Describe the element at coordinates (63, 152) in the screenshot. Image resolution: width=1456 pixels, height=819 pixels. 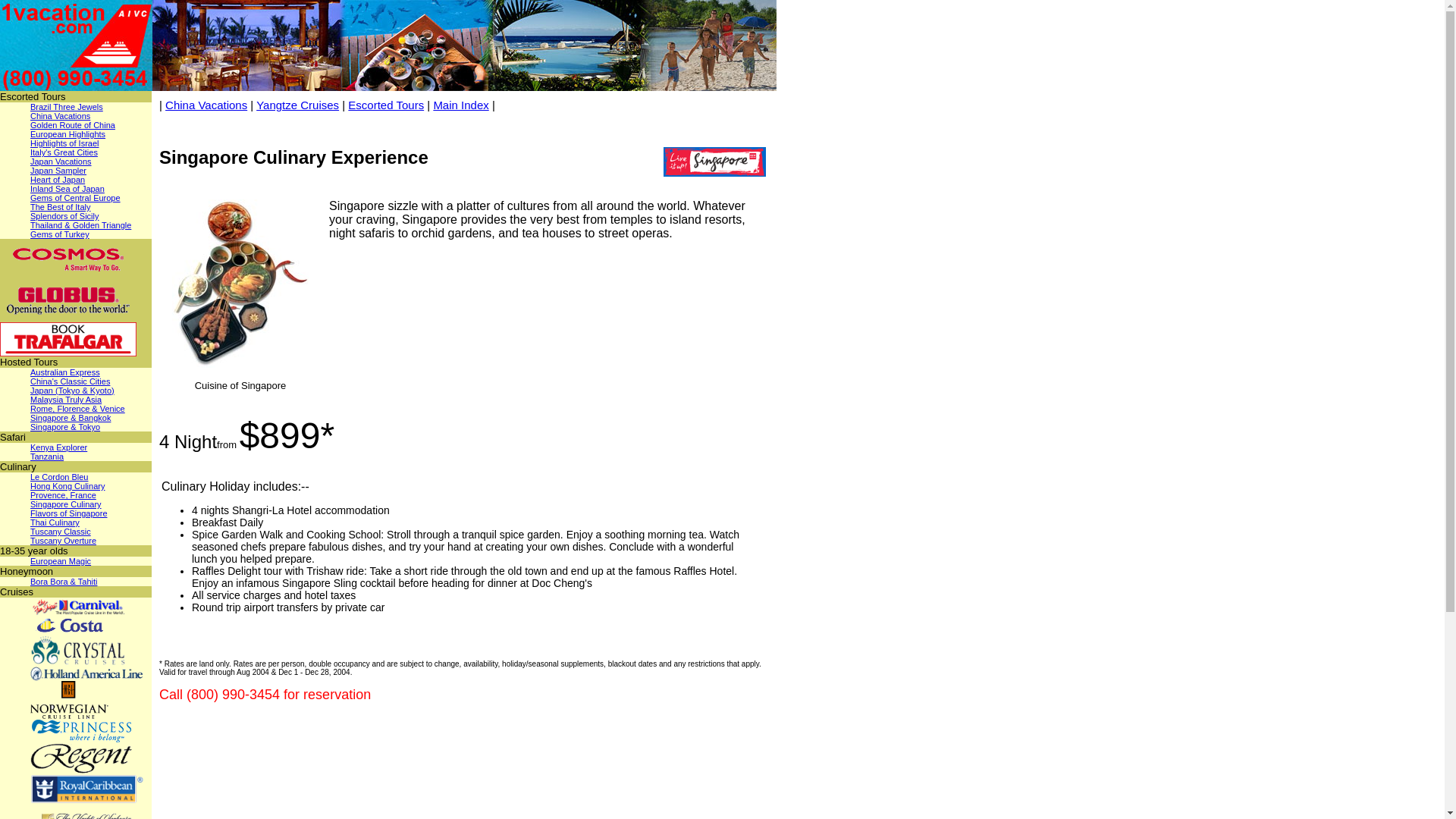
I see `'Italy's Great Cities'` at that location.